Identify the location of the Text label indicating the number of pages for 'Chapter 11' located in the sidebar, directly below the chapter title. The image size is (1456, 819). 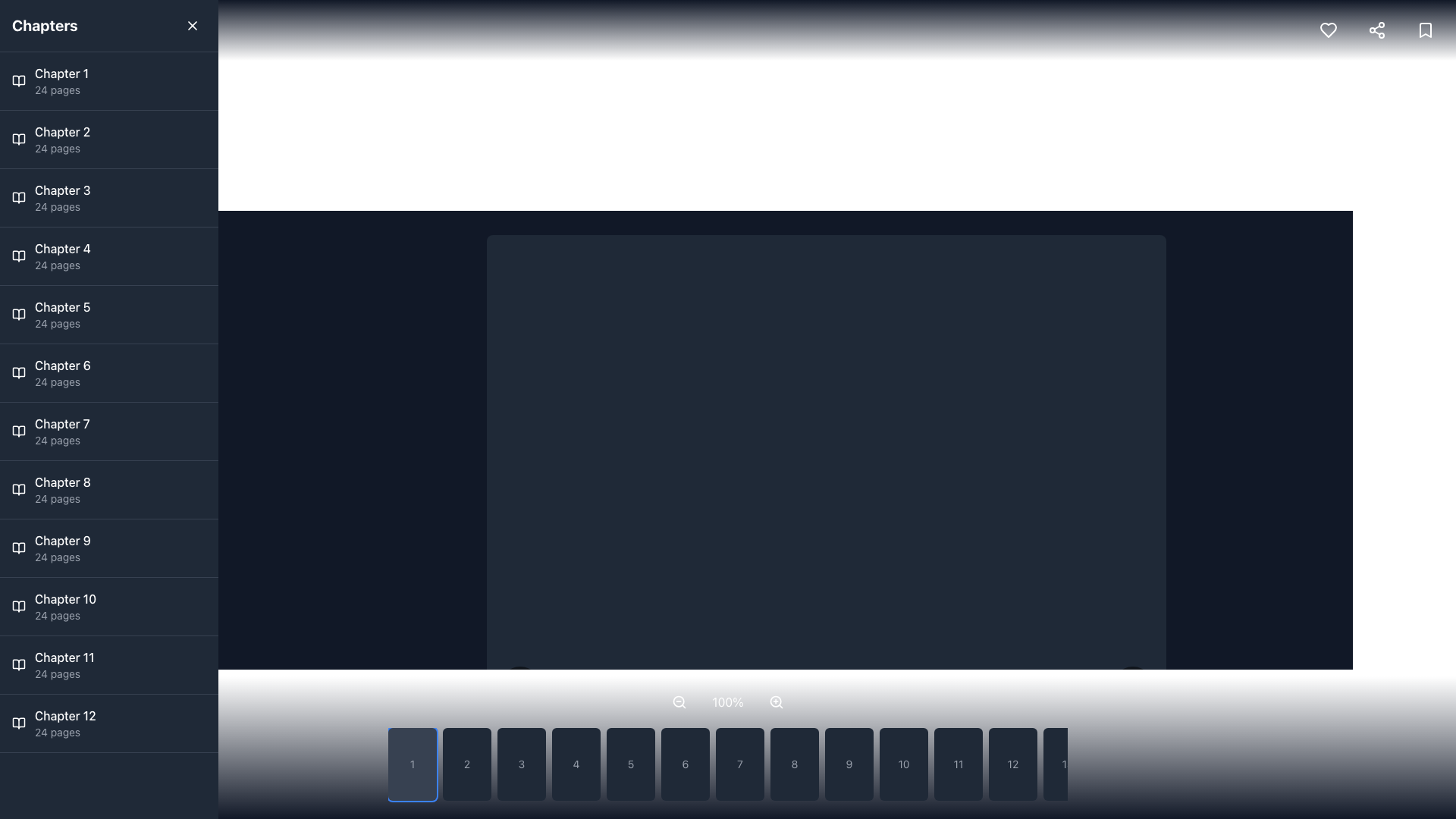
(64, 673).